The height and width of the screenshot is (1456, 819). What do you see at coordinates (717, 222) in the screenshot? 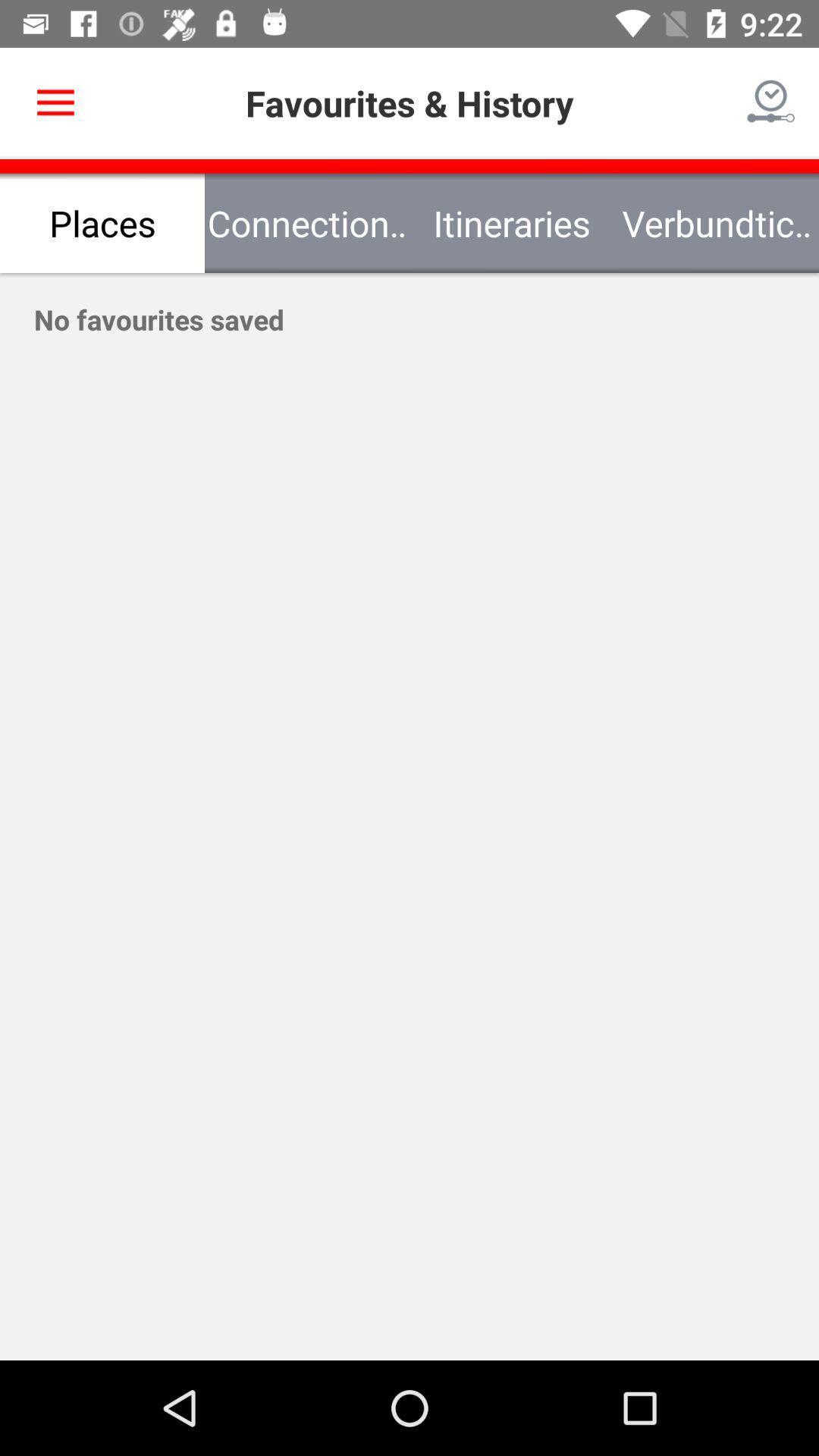
I see `the icon to the right of itineraries item` at bounding box center [717, 222].